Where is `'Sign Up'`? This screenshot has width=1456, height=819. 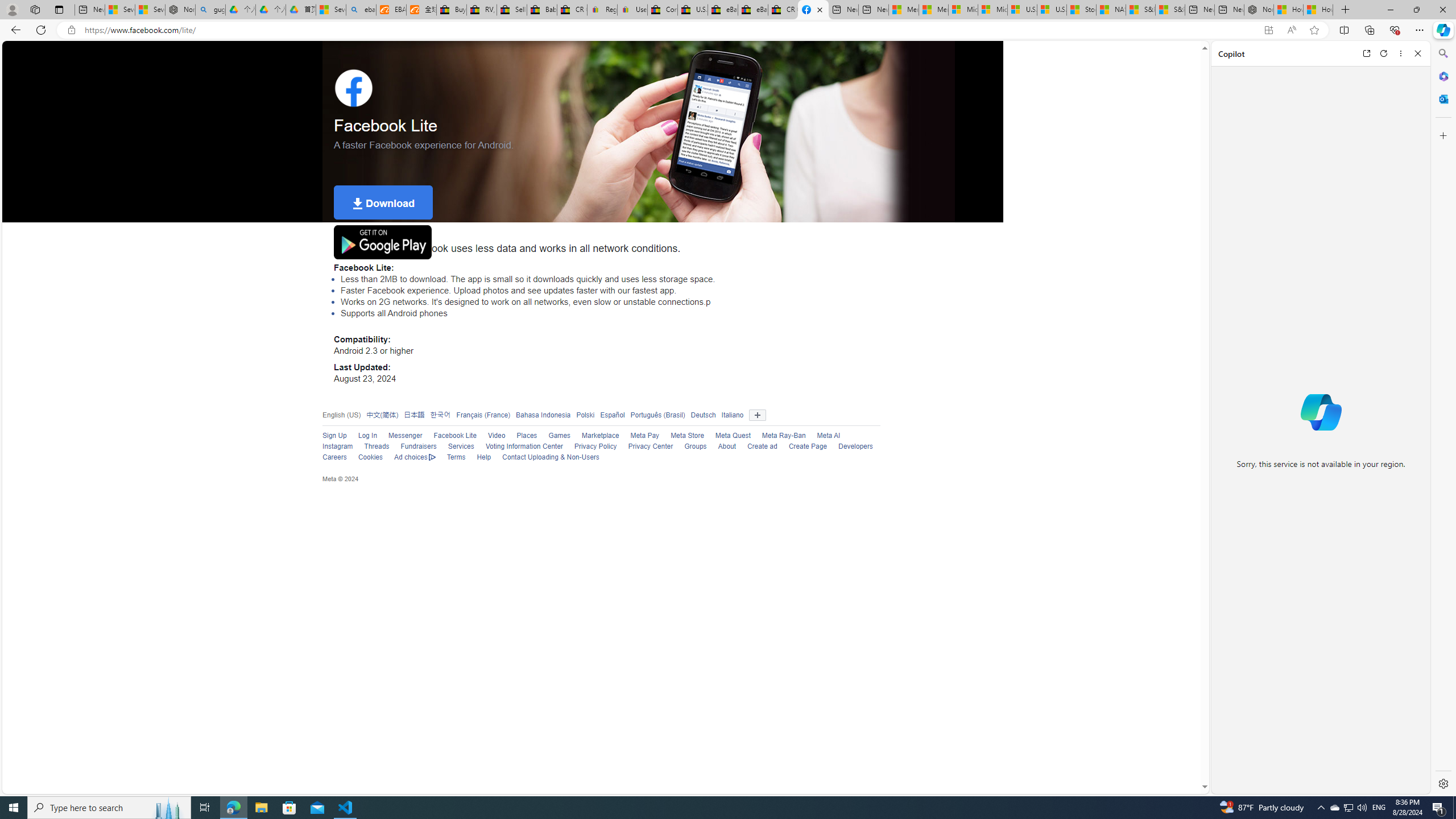
'Sign Up' is located at coordinates (334, 435).